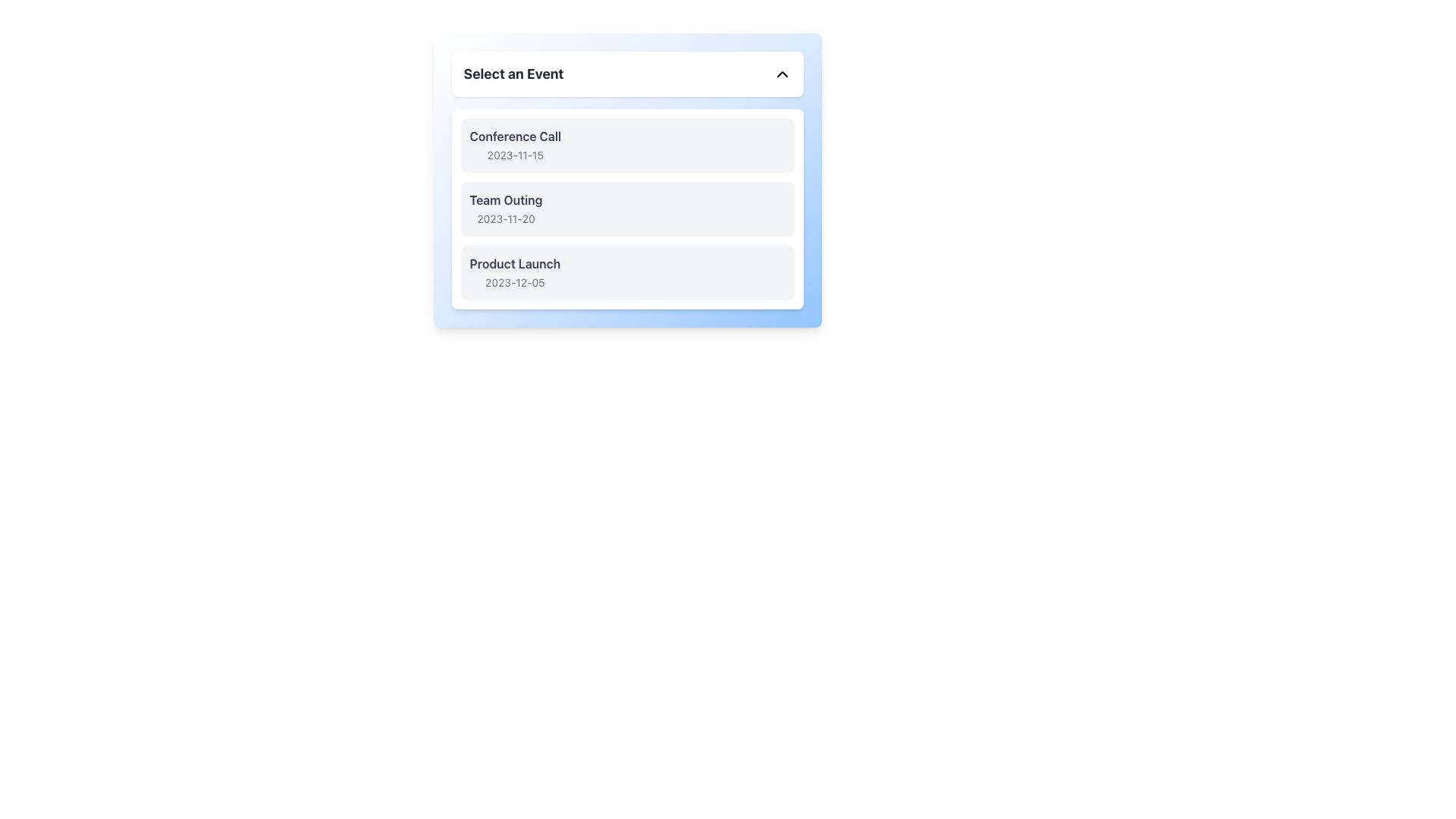 The height and width of the screenshot is (819, 1456). Describe the element at coordinates (515, 282) in the screenshot. I see `the Text Label providing supplemental information about the date associated with the 'Product Launch' option in the dropdown menu titled 'Select an Event'` at that location.